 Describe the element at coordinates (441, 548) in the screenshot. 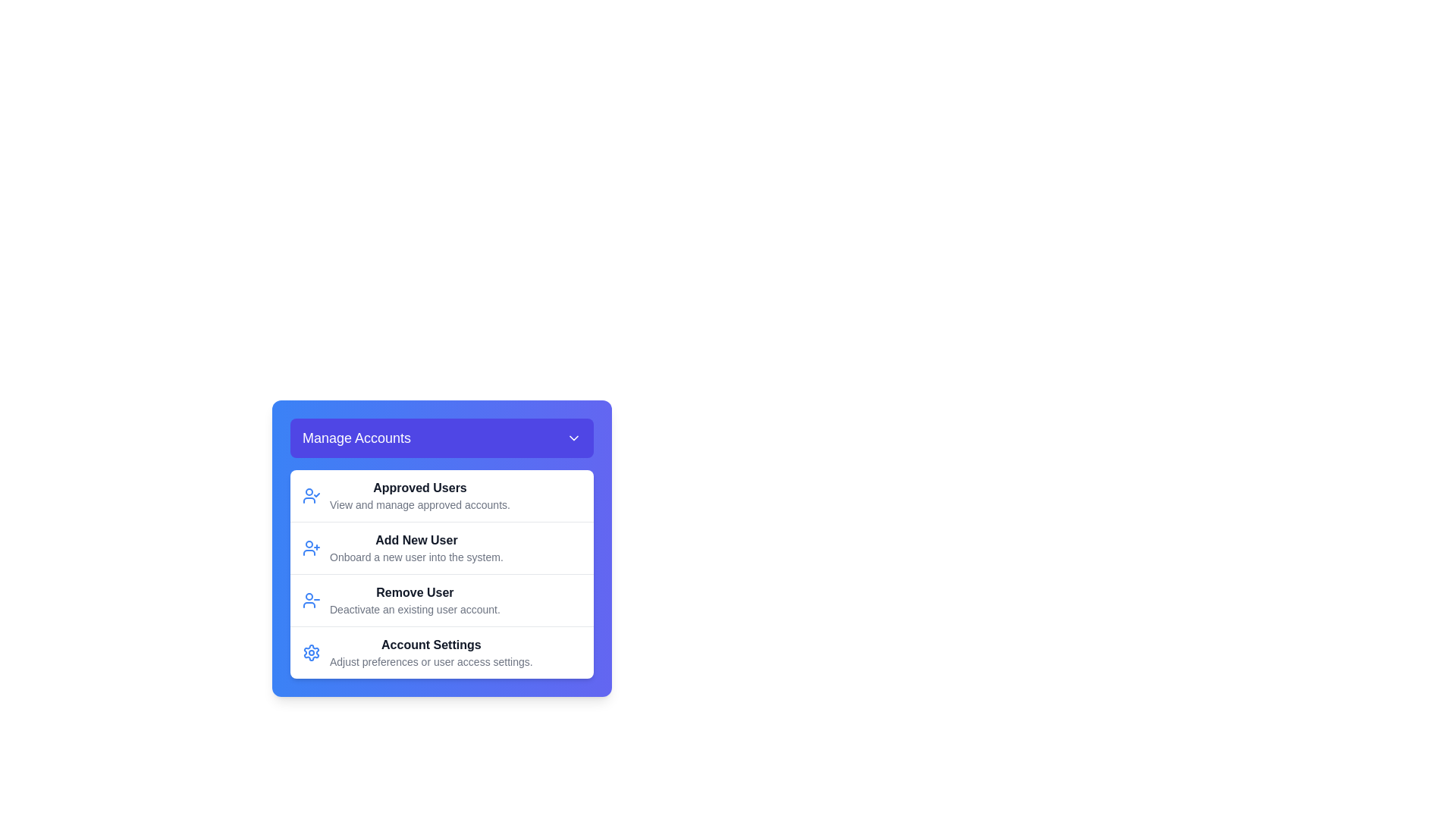

I see `the 'Add New User' option in the user management panel` at that location.